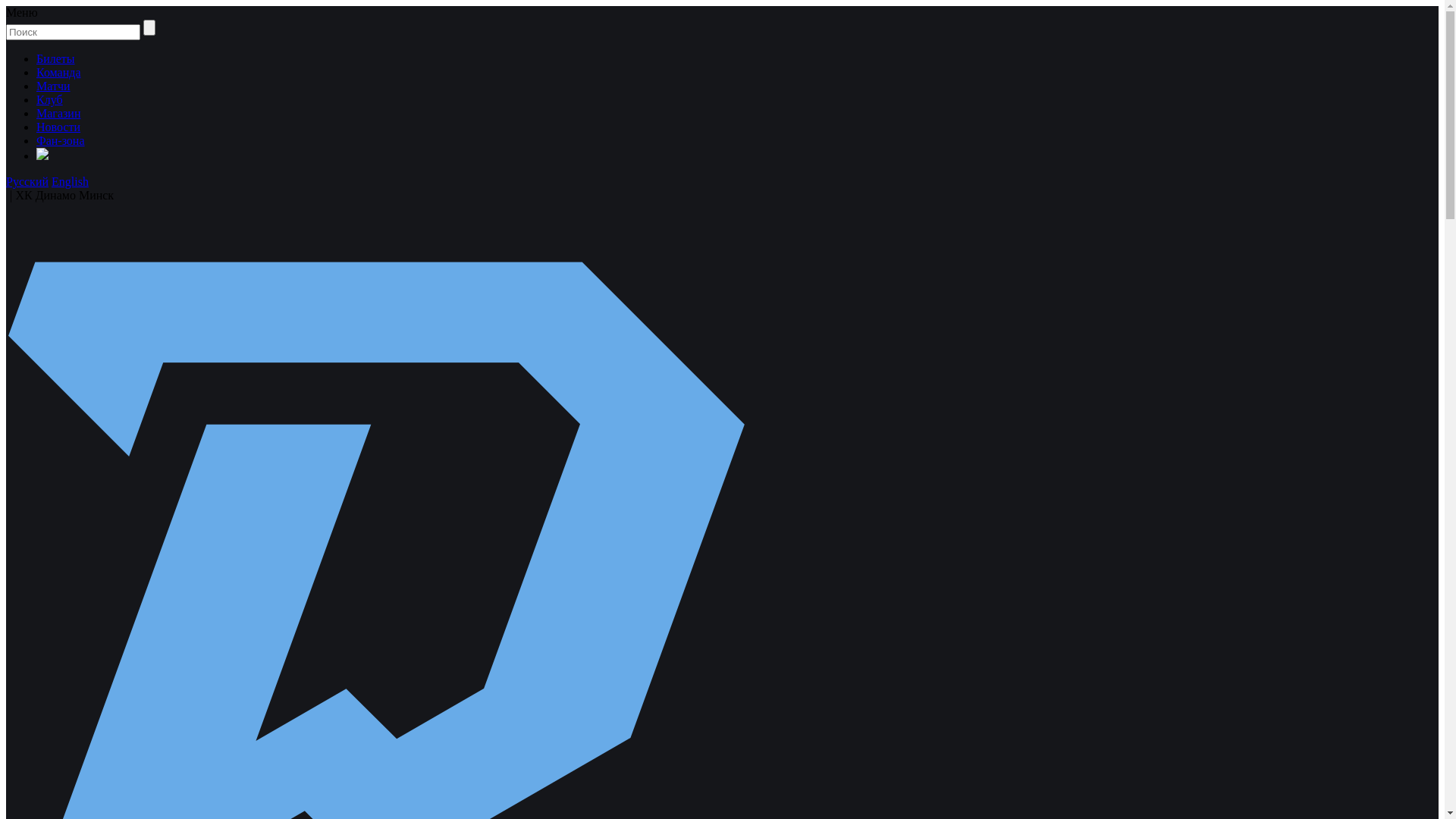 Image resolution: width=1456 pixels, height=819 pixels. I want to click on 'English', so click(69, 180).